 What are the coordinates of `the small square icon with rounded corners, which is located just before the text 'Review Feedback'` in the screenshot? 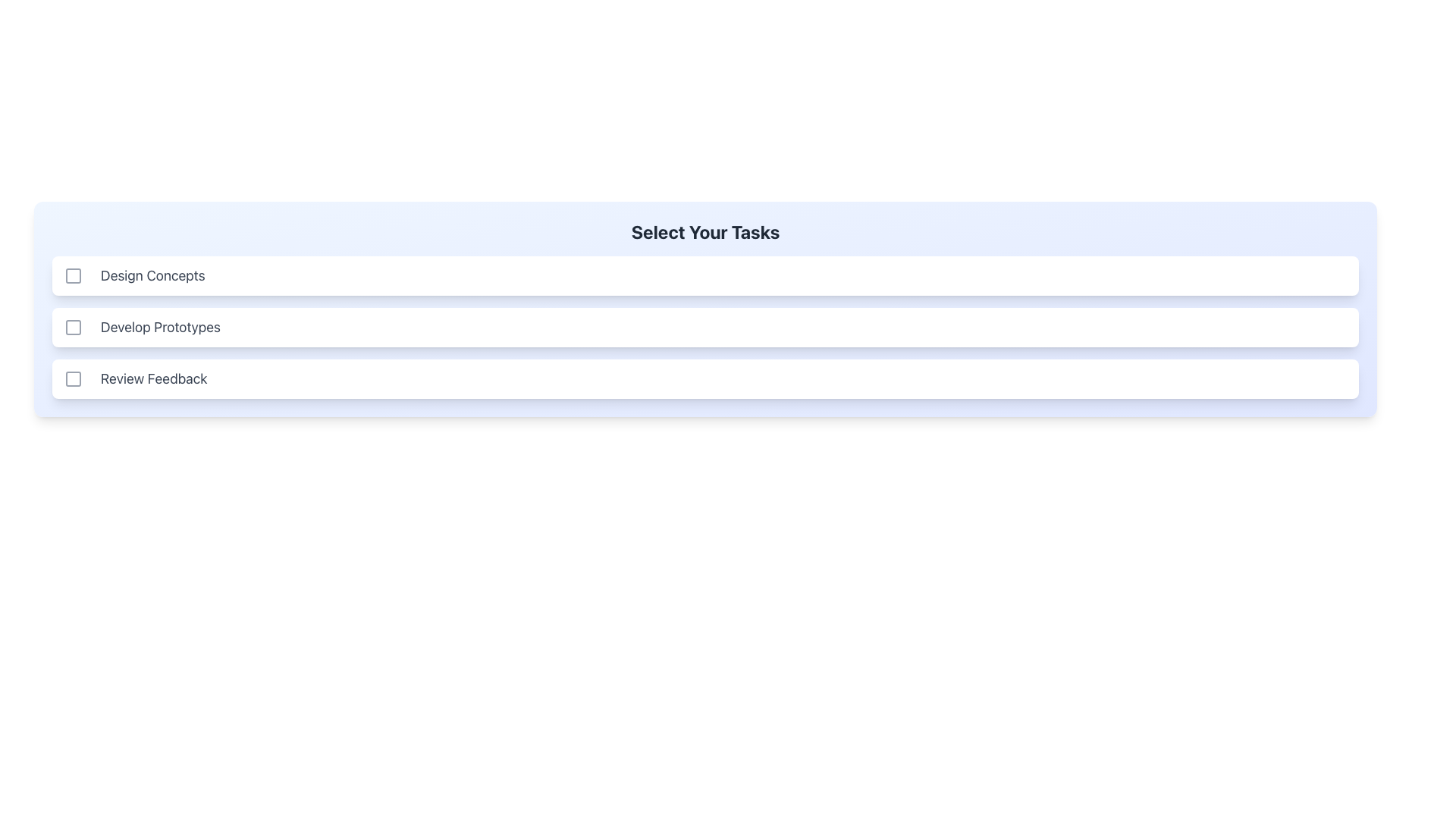 It's located at (72, 378).